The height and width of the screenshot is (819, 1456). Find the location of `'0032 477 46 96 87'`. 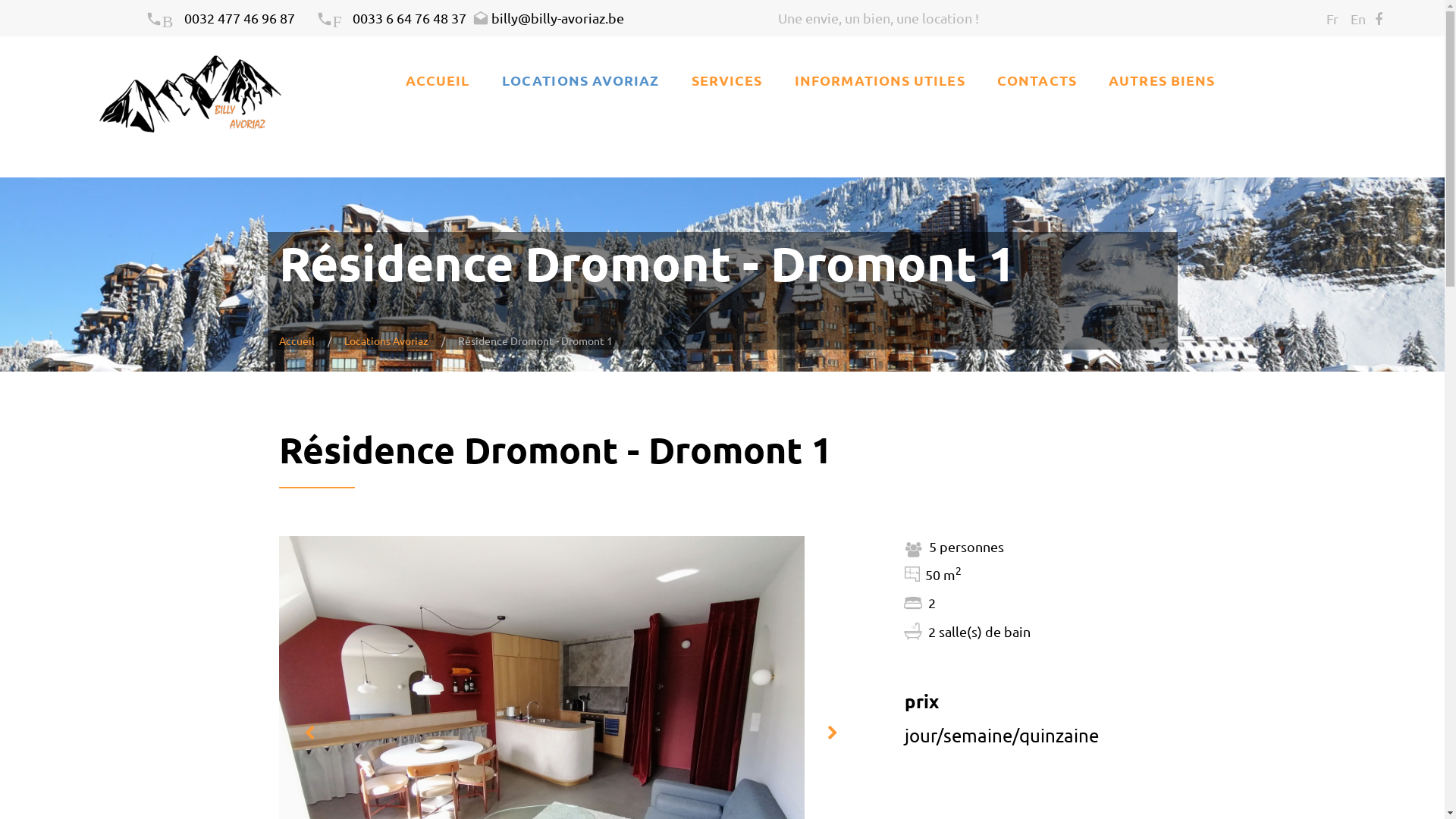

'0032 477 46 96 87' is located at coordinates (238, 17).